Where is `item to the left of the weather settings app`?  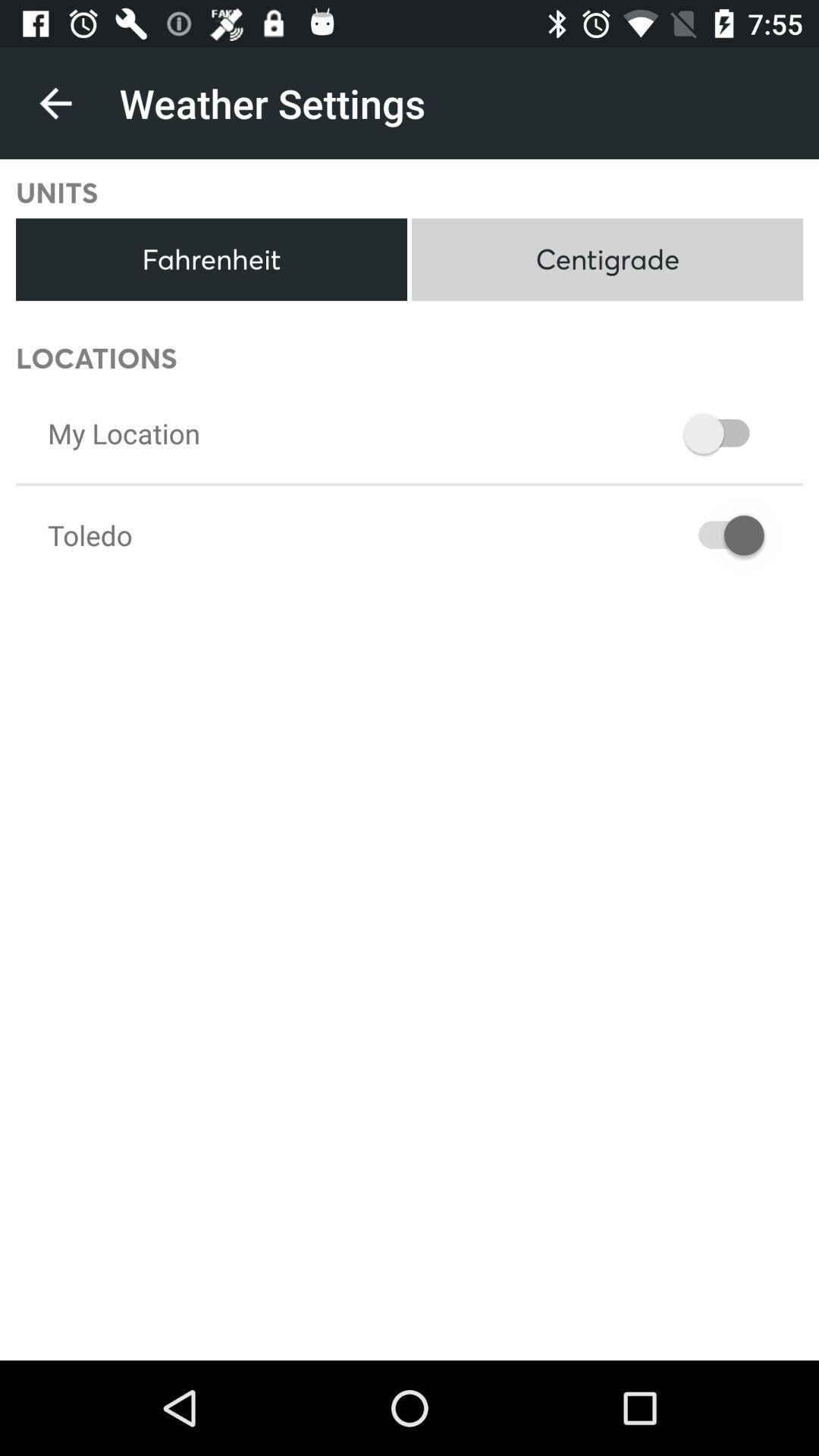
item to the left of the weather settings app is located at coordinates (55, 102).